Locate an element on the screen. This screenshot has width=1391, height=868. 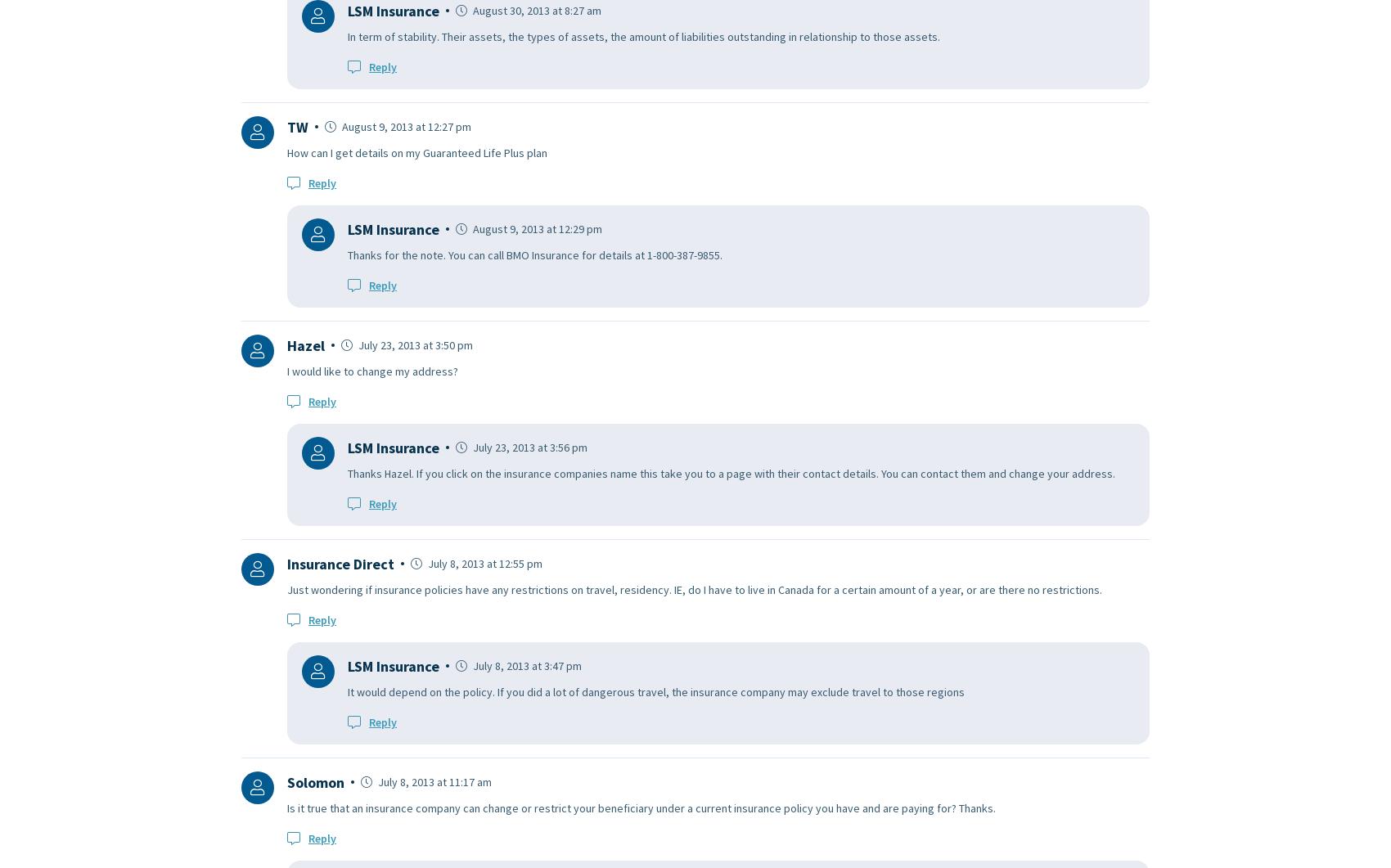
'Thanks Hazel.  If you click on the insurance companies name this take you to a page with their contact details.  You can contact them and change your address.' is located at coordinates (348, 472).